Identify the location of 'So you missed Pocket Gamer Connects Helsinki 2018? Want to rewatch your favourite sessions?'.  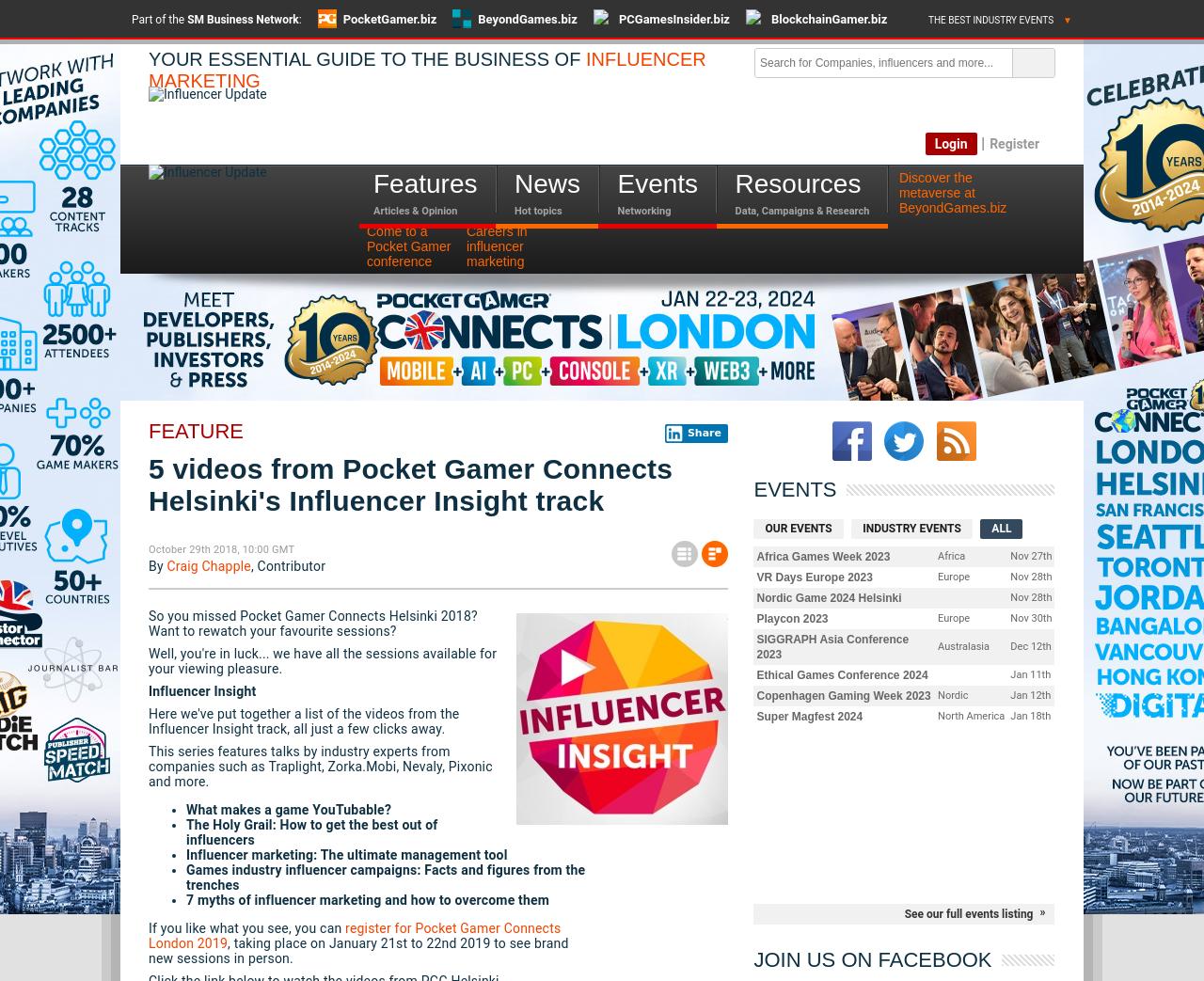
(312, 623).